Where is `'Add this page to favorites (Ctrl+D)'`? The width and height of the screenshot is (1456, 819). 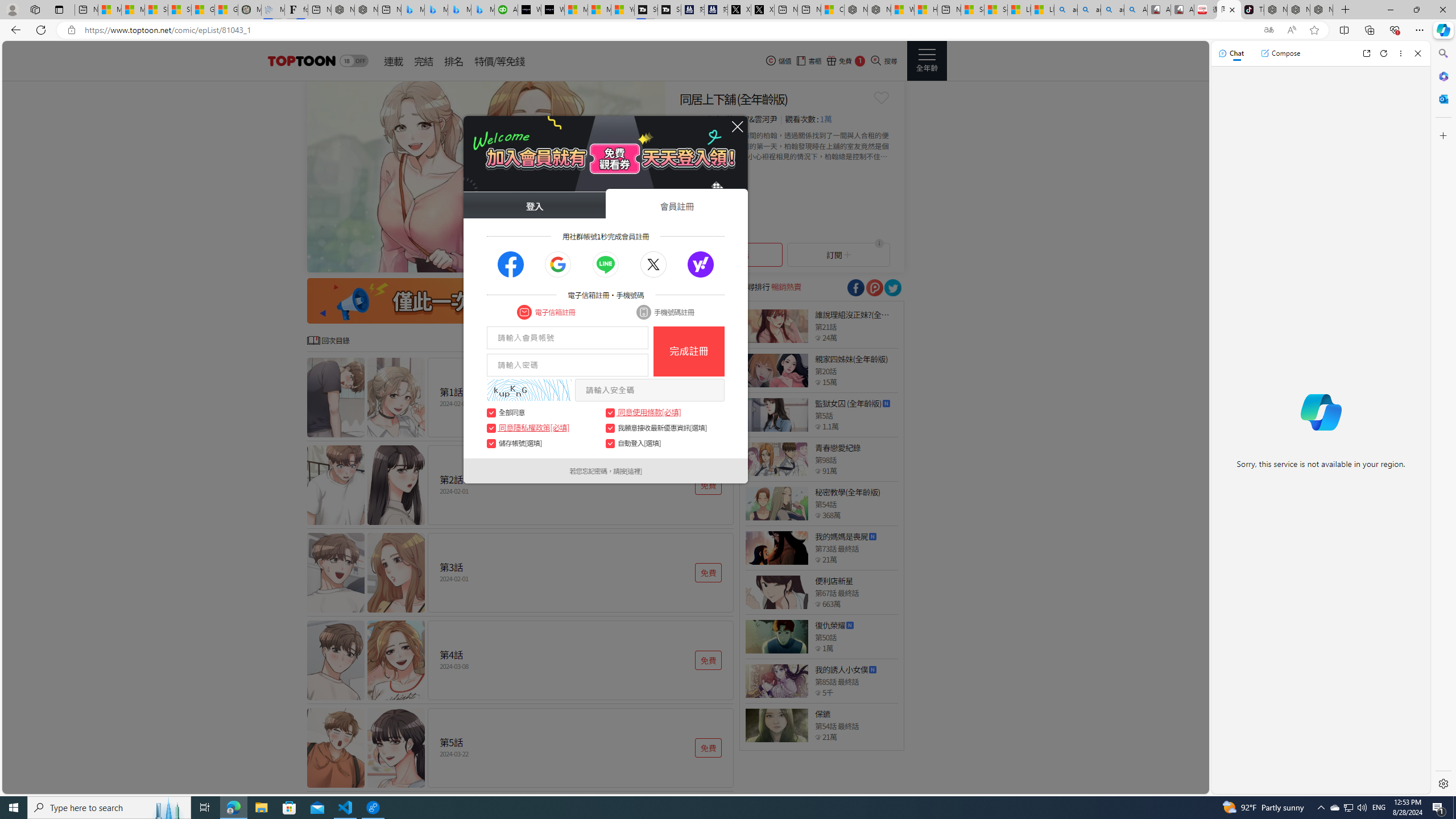 'Add this page to favorites (Ctrl+D)' is located at coordinates (1314, 30).